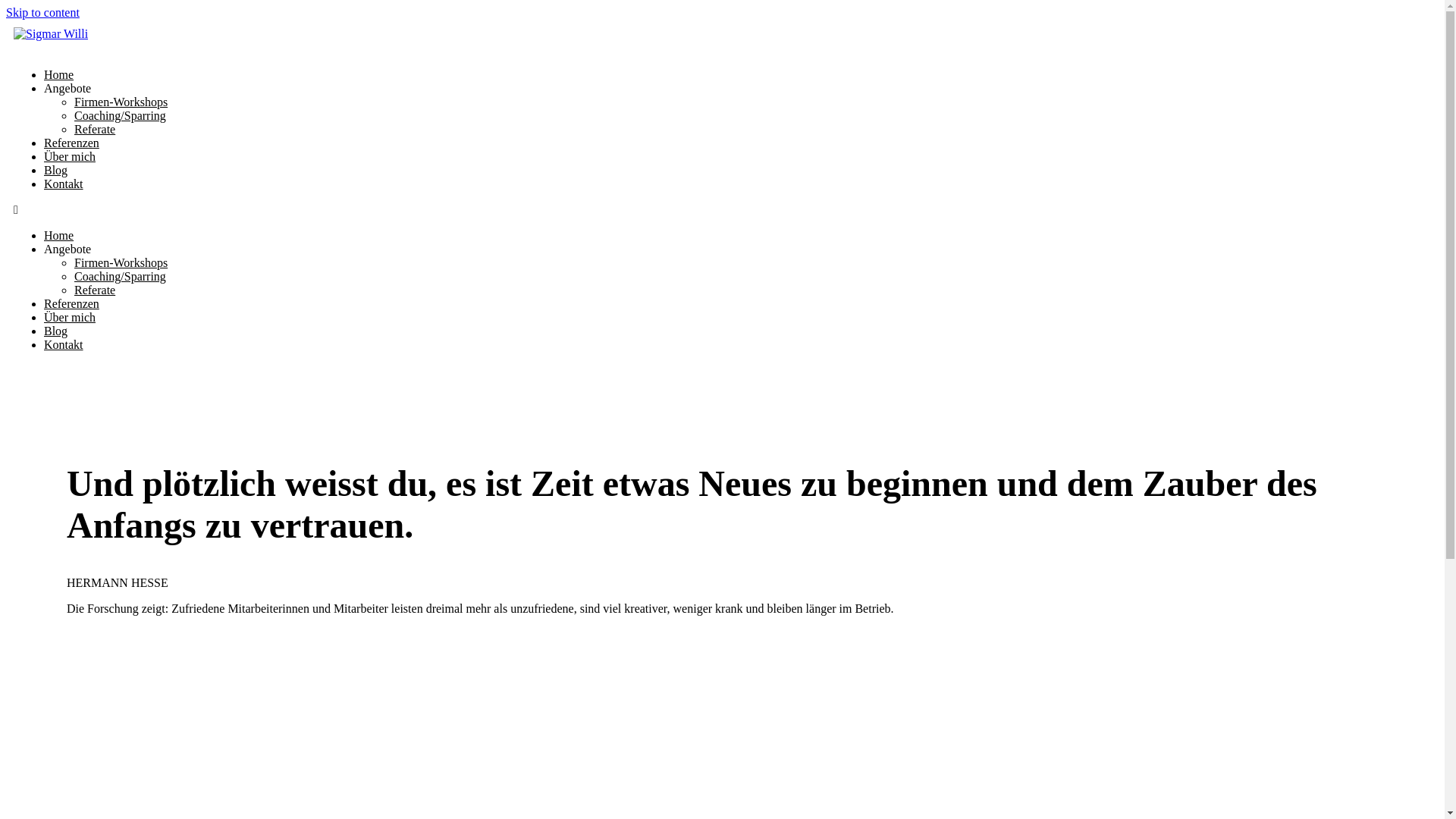 The height and width of the screenshot is (819, 1456). I want to click on 'Blog', so click(55, 330).